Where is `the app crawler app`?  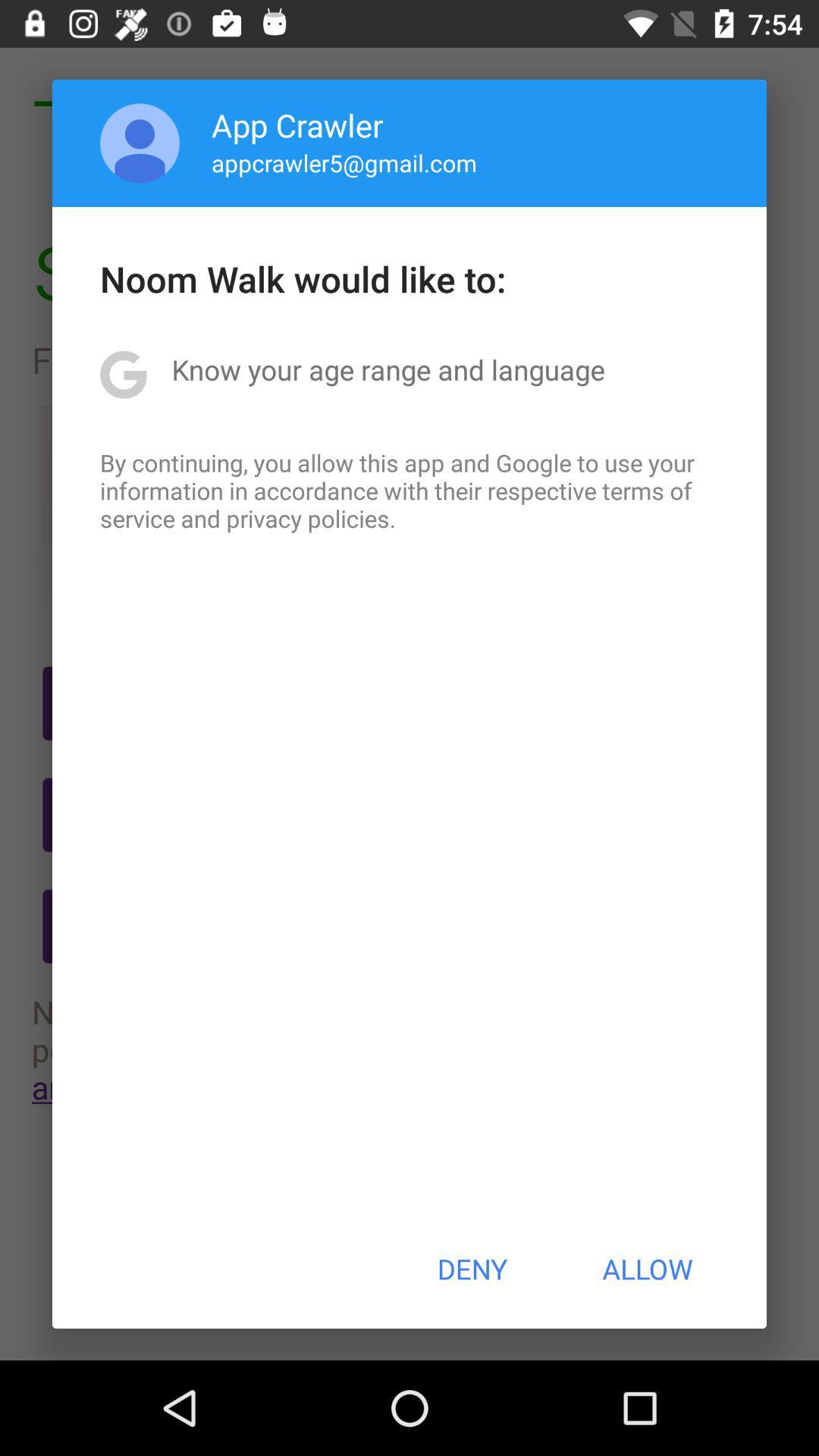 the app crawler app is located at coordinates (297, 124).